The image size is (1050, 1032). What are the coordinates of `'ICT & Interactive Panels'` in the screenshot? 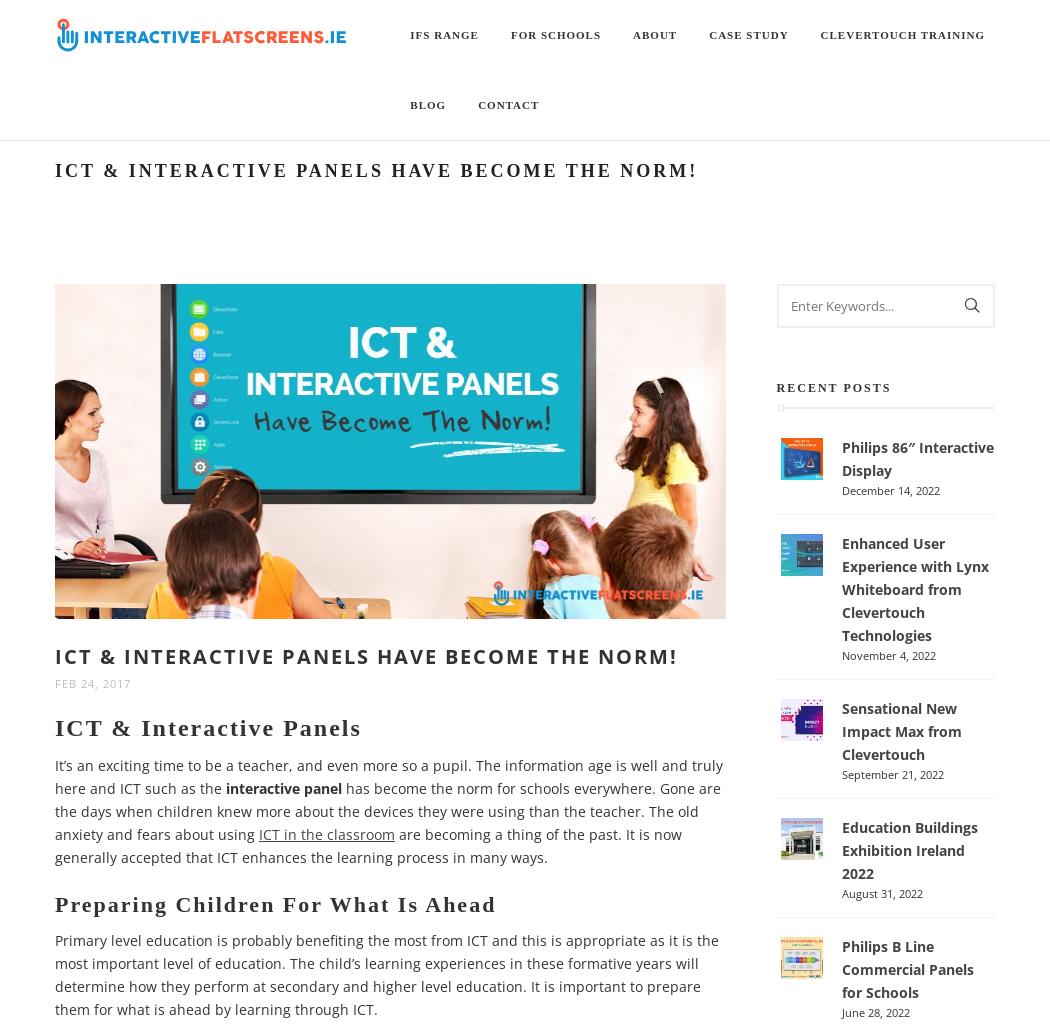 It's located at (54, 726).